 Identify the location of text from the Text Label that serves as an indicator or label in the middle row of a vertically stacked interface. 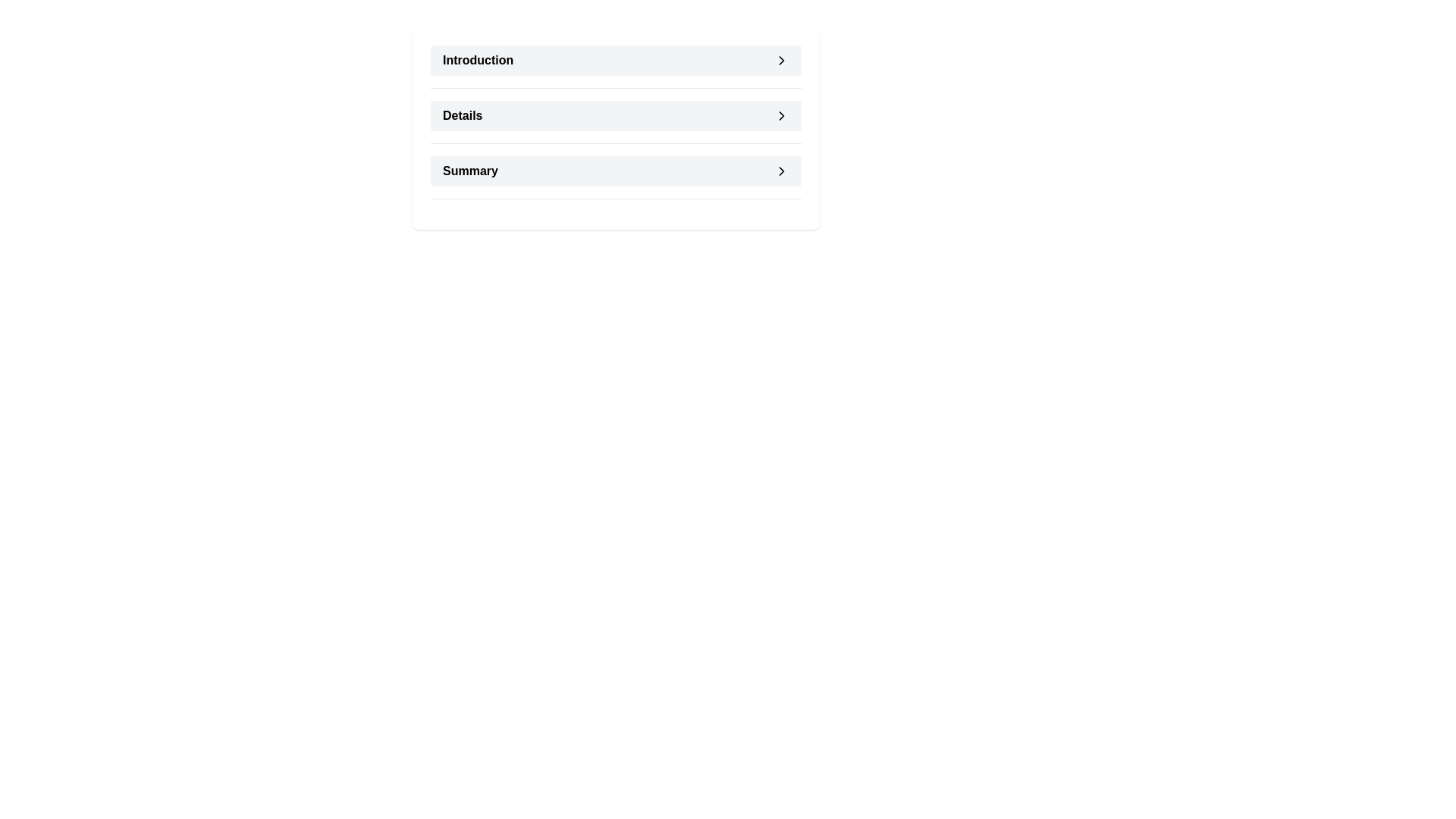
(462, 115).